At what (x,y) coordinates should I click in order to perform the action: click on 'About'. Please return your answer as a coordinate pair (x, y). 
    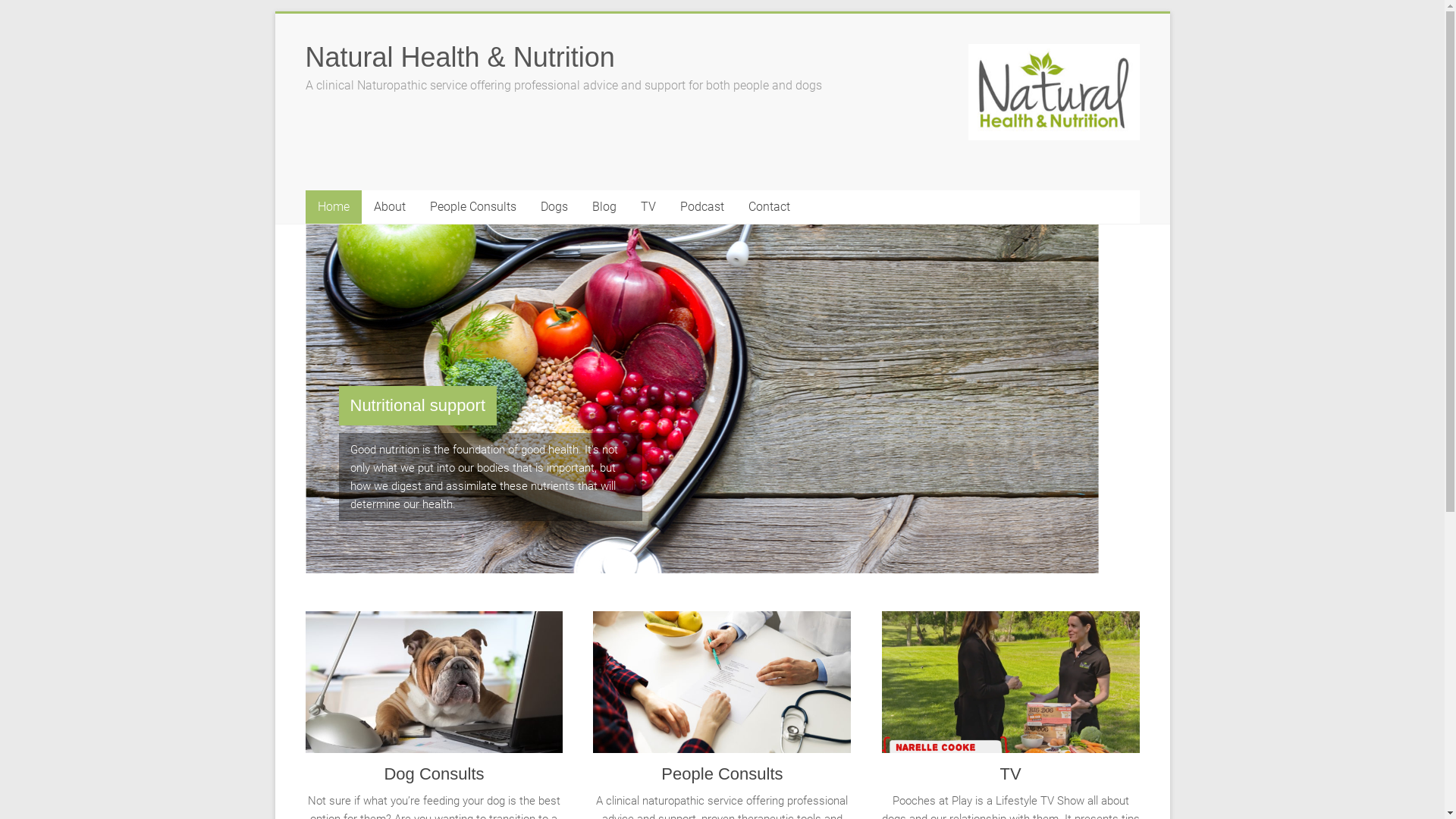
    Looking at the image, I should click on (389, 207).